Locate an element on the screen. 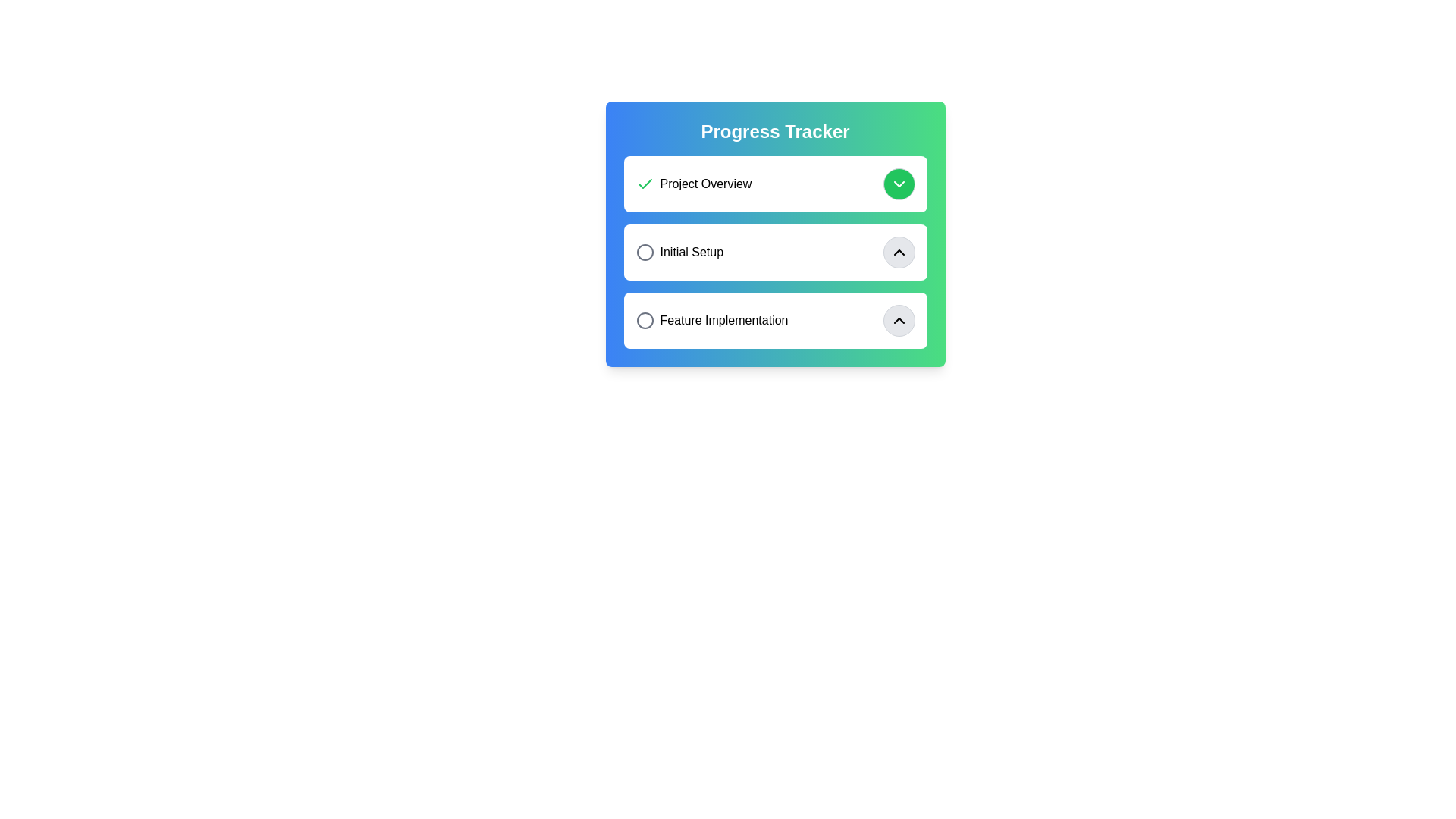 The height and width of the screenshot is (819, 1456). the circular button with a light gray background and a black upward-pointing chevron icon at its center, located to the far right of the 'Initial Setup' text is located at coordinates (899, 251).